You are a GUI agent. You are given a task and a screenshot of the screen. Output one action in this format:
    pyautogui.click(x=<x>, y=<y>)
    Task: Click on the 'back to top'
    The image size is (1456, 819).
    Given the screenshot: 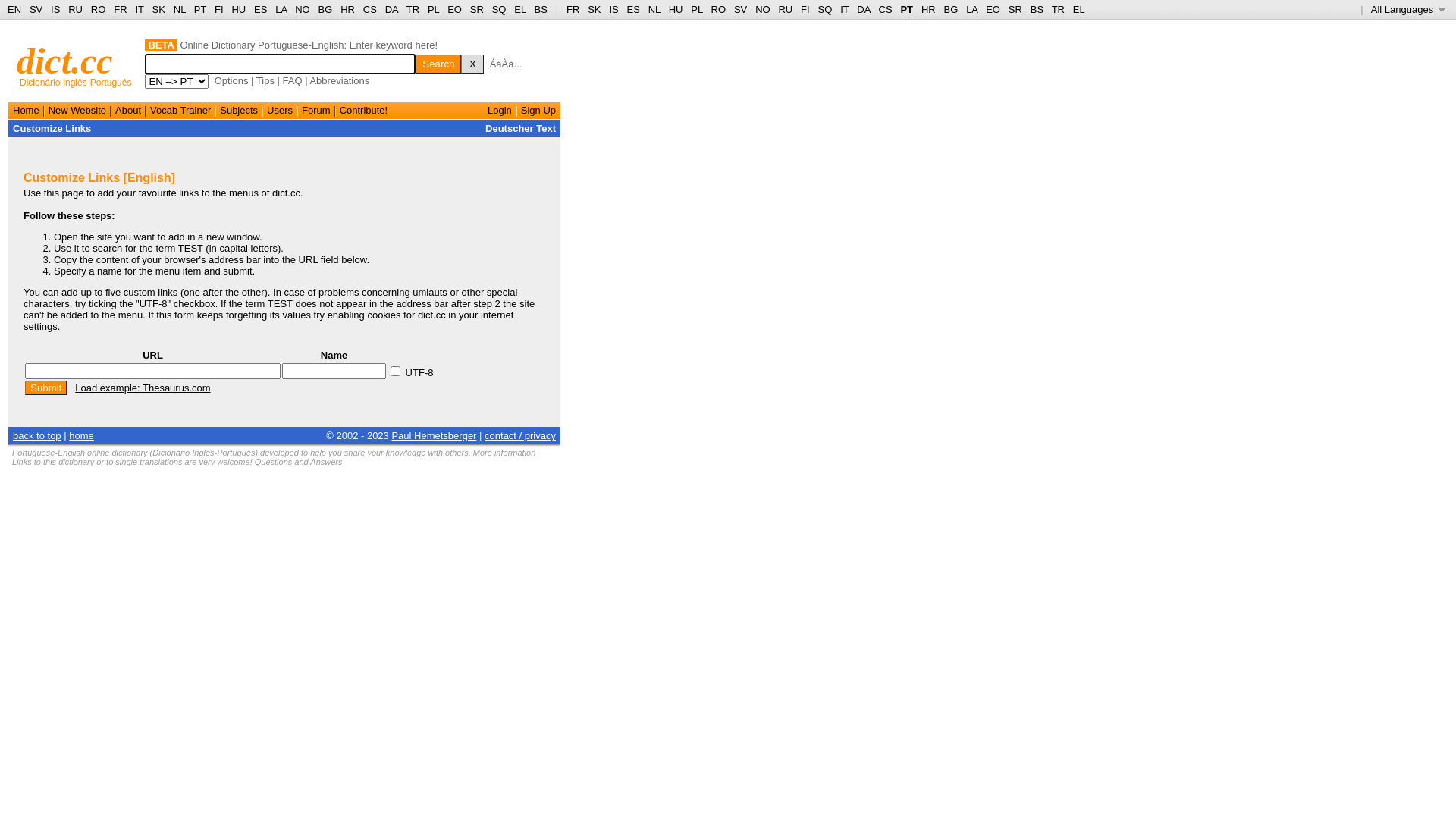 What is the action you would take?
    pyautogui.click(x=13, y=435)
    